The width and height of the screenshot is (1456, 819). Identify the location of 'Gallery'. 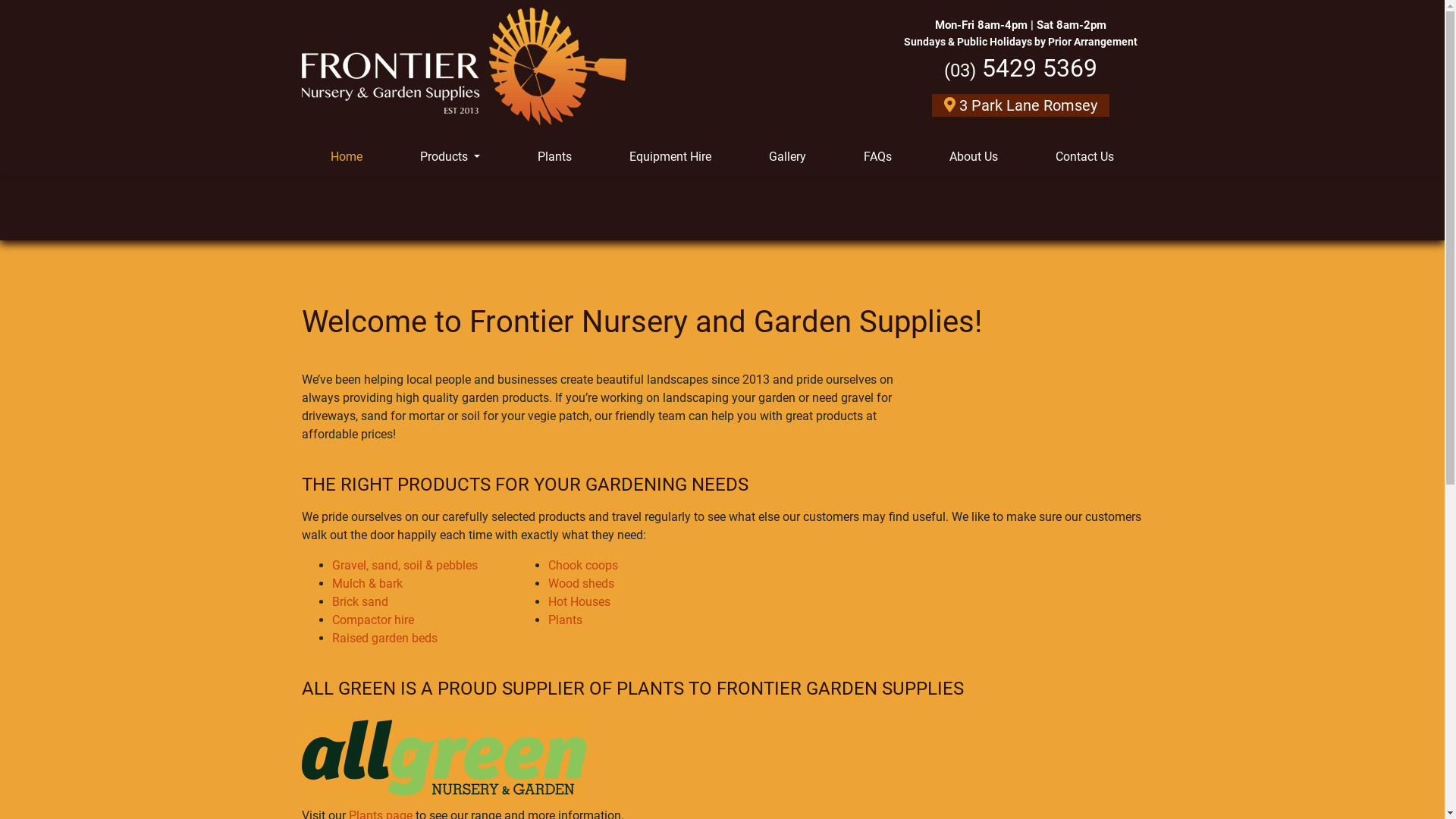
(739, 157).